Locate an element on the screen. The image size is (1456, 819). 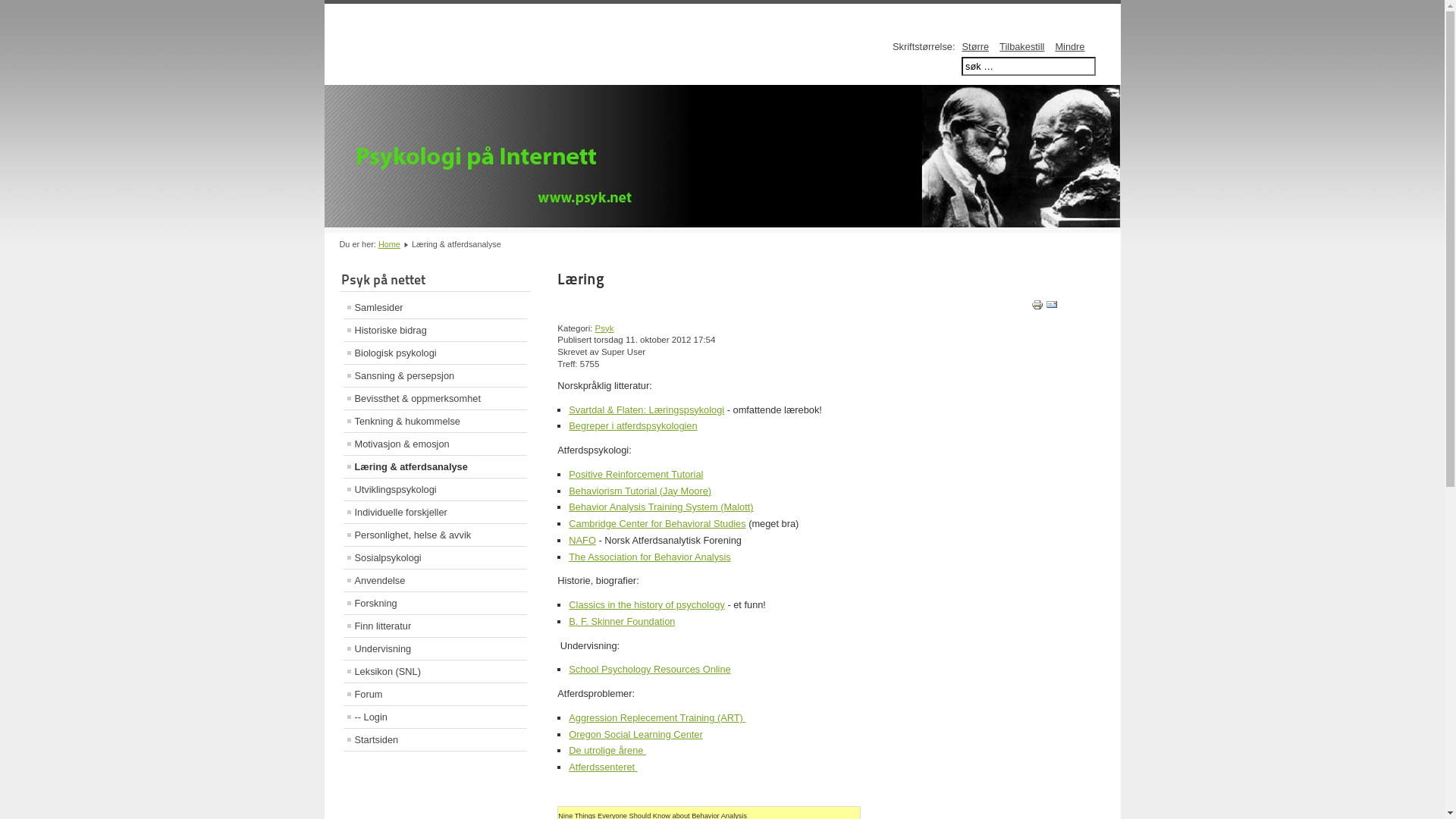
'Utskrift' is located at coordinates (1031, 307).